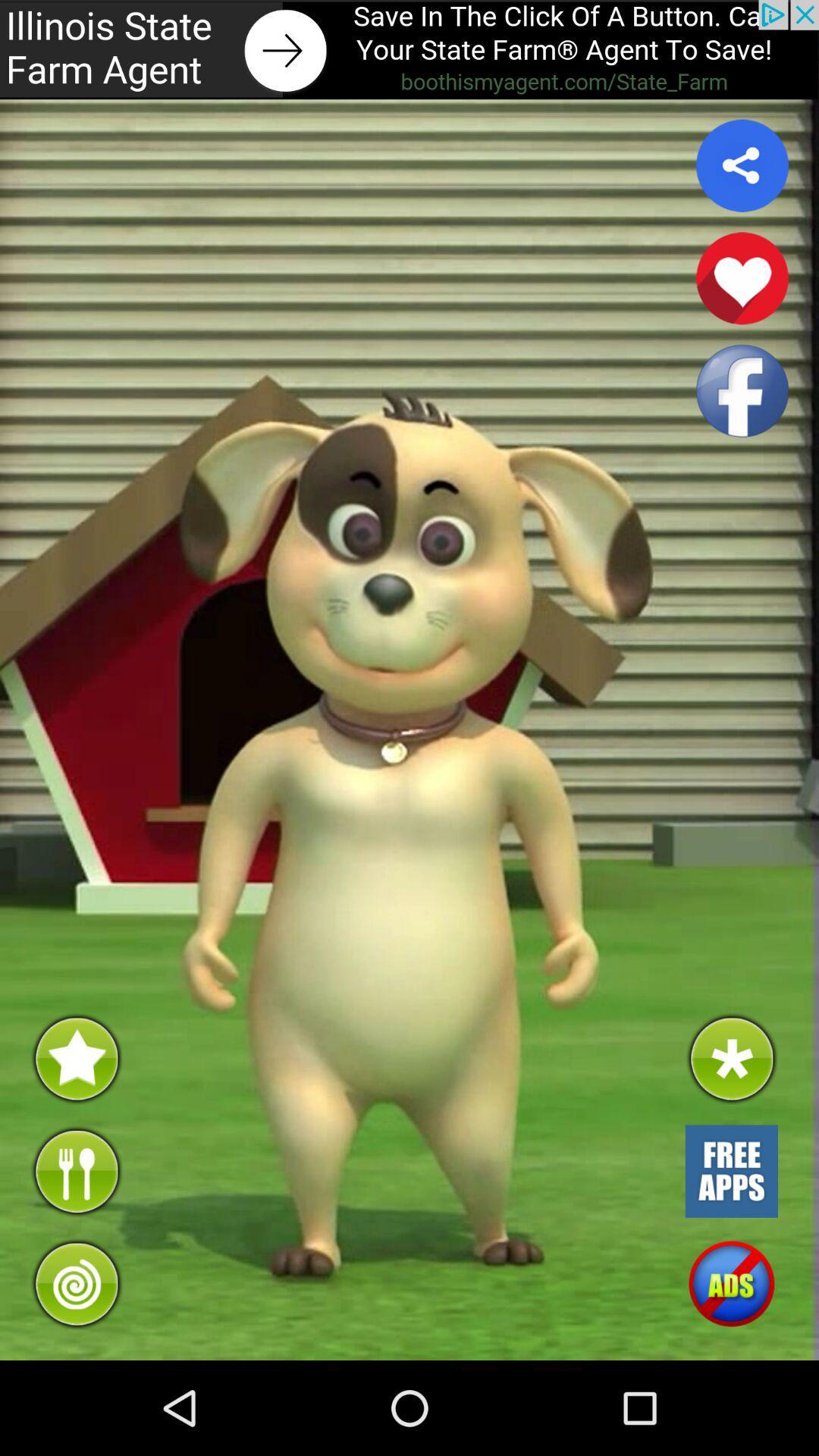  I want to click on advertisement, so click(730, 1283).